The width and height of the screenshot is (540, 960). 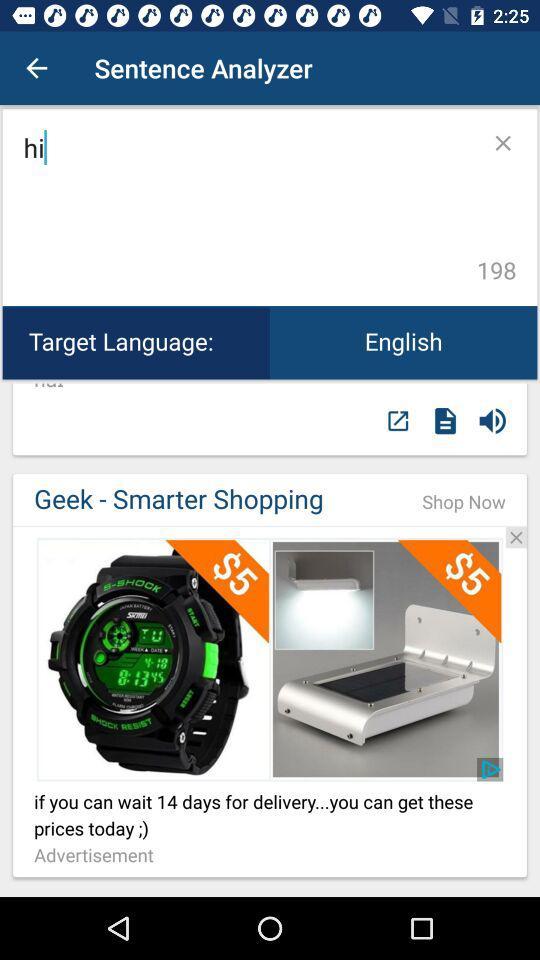 I want to click on english item, so click(x=403, y=342).